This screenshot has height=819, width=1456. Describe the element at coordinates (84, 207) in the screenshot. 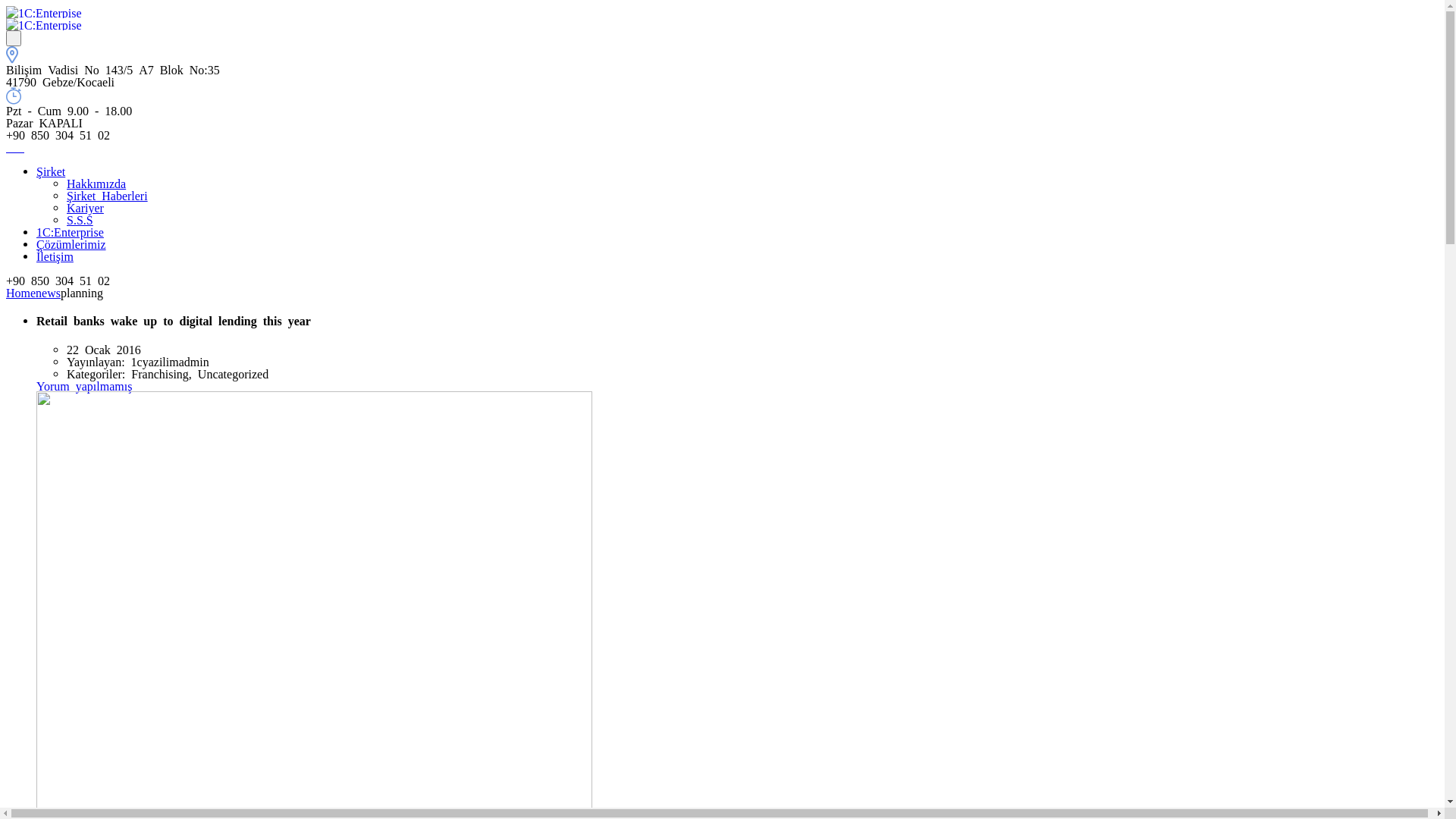

I see `'Kariyer'` at that location.